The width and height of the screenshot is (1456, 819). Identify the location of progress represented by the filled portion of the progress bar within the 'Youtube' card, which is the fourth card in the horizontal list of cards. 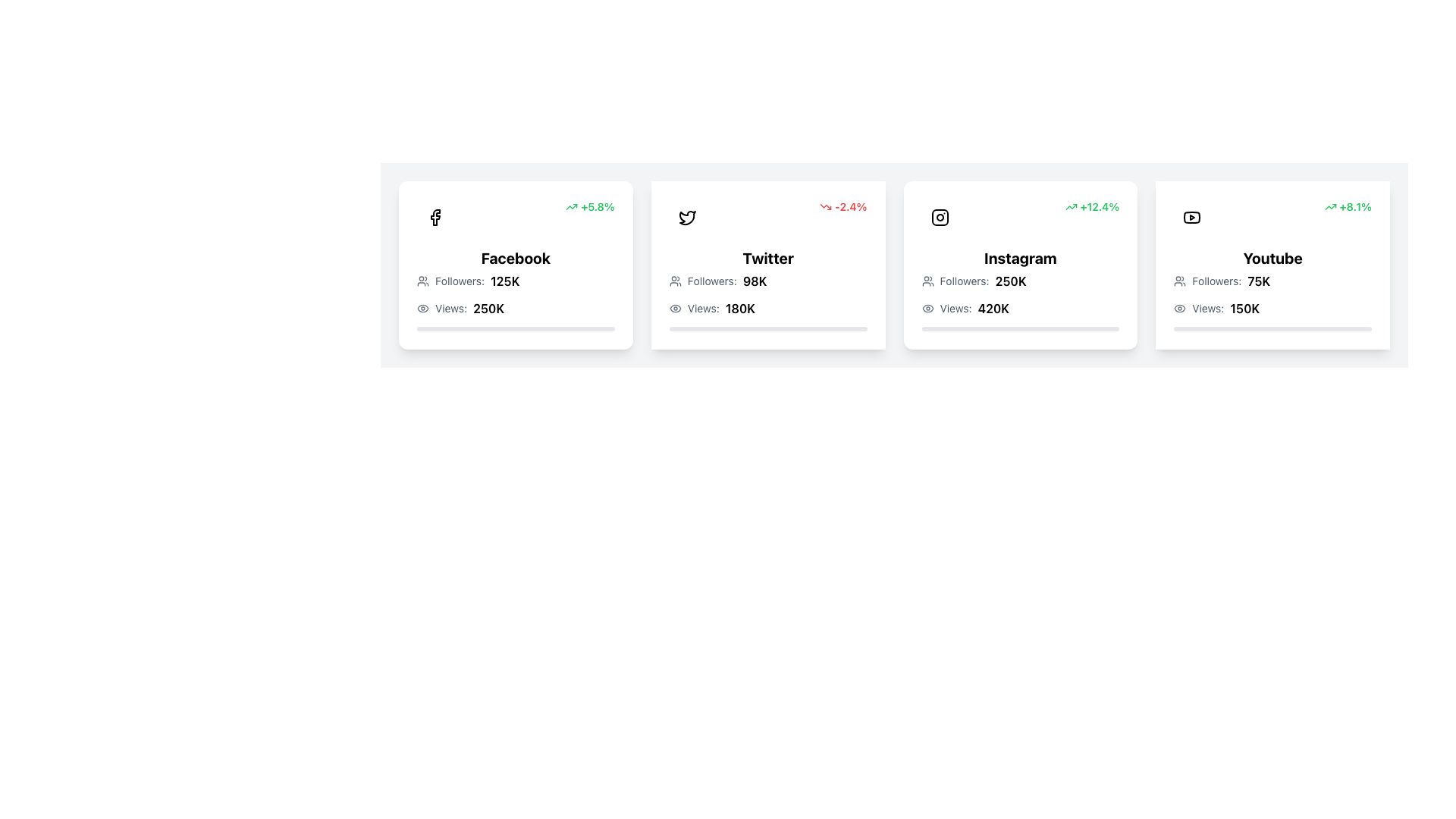
(1233, 328).